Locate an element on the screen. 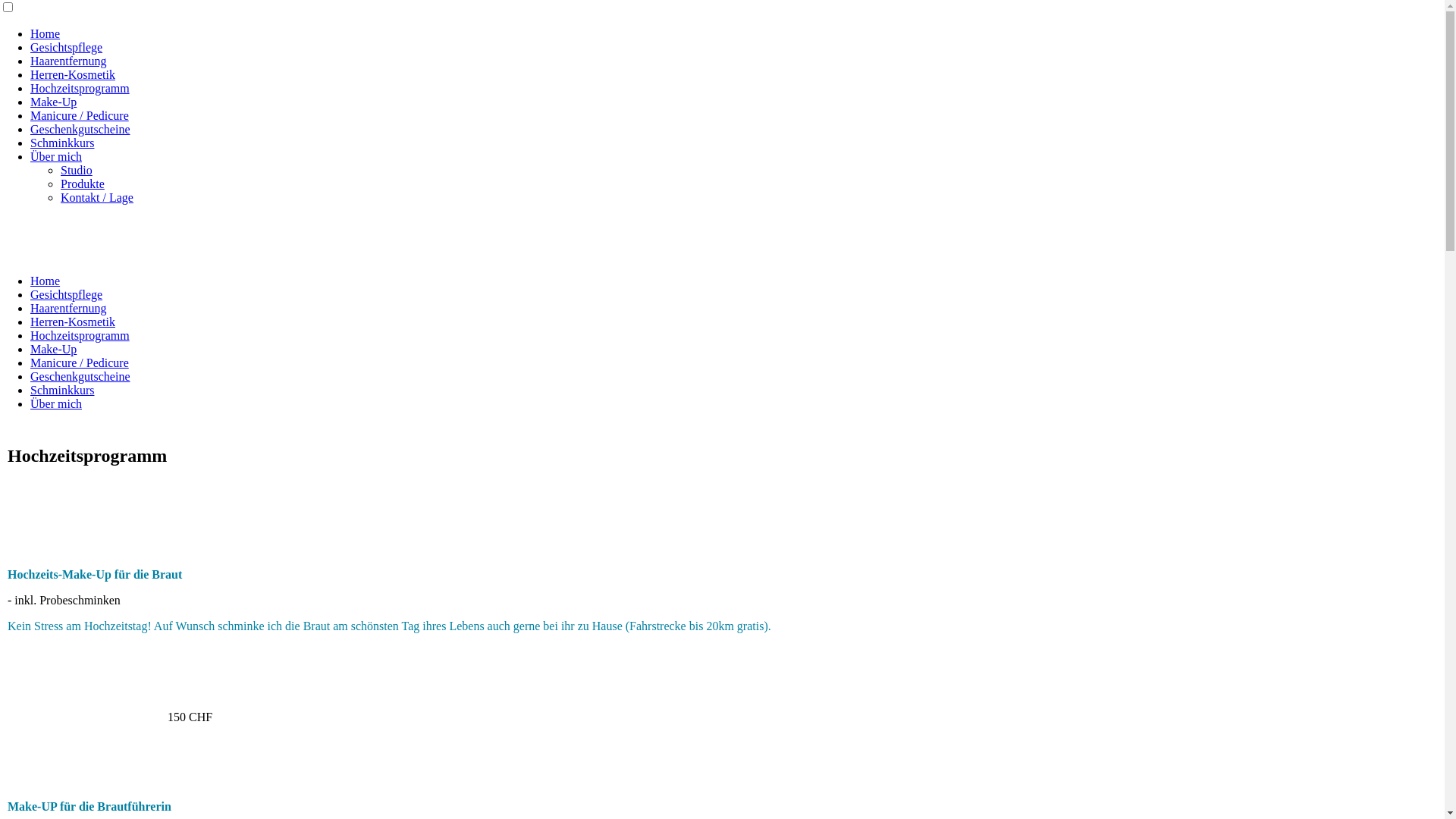  'Herren-Kosmetik' is located at coordinates (72, 74).